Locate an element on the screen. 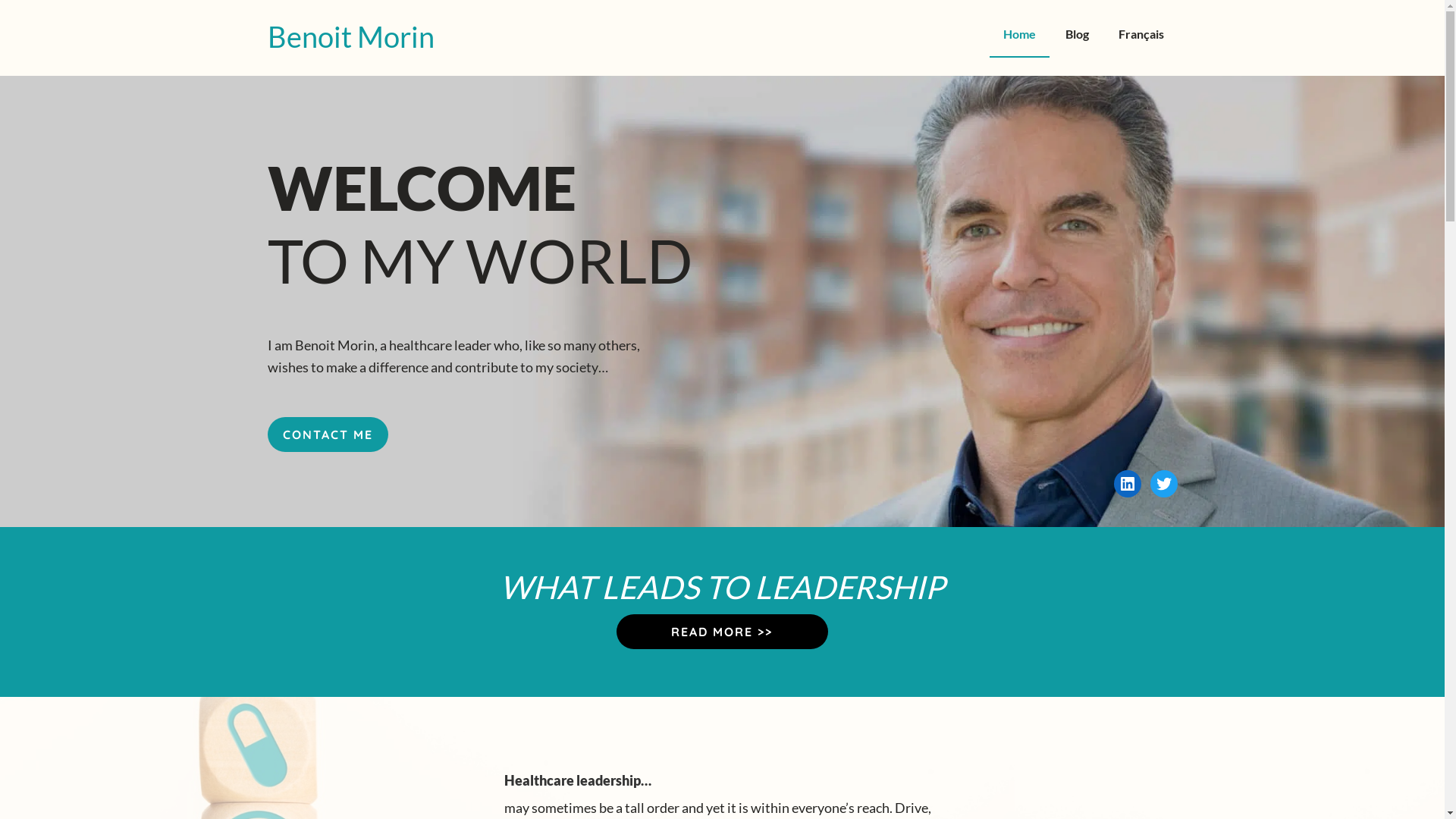 The width and height of the screenshot is (1456, 819). 'READ MORE >>' is located at coordinates (721, 632).